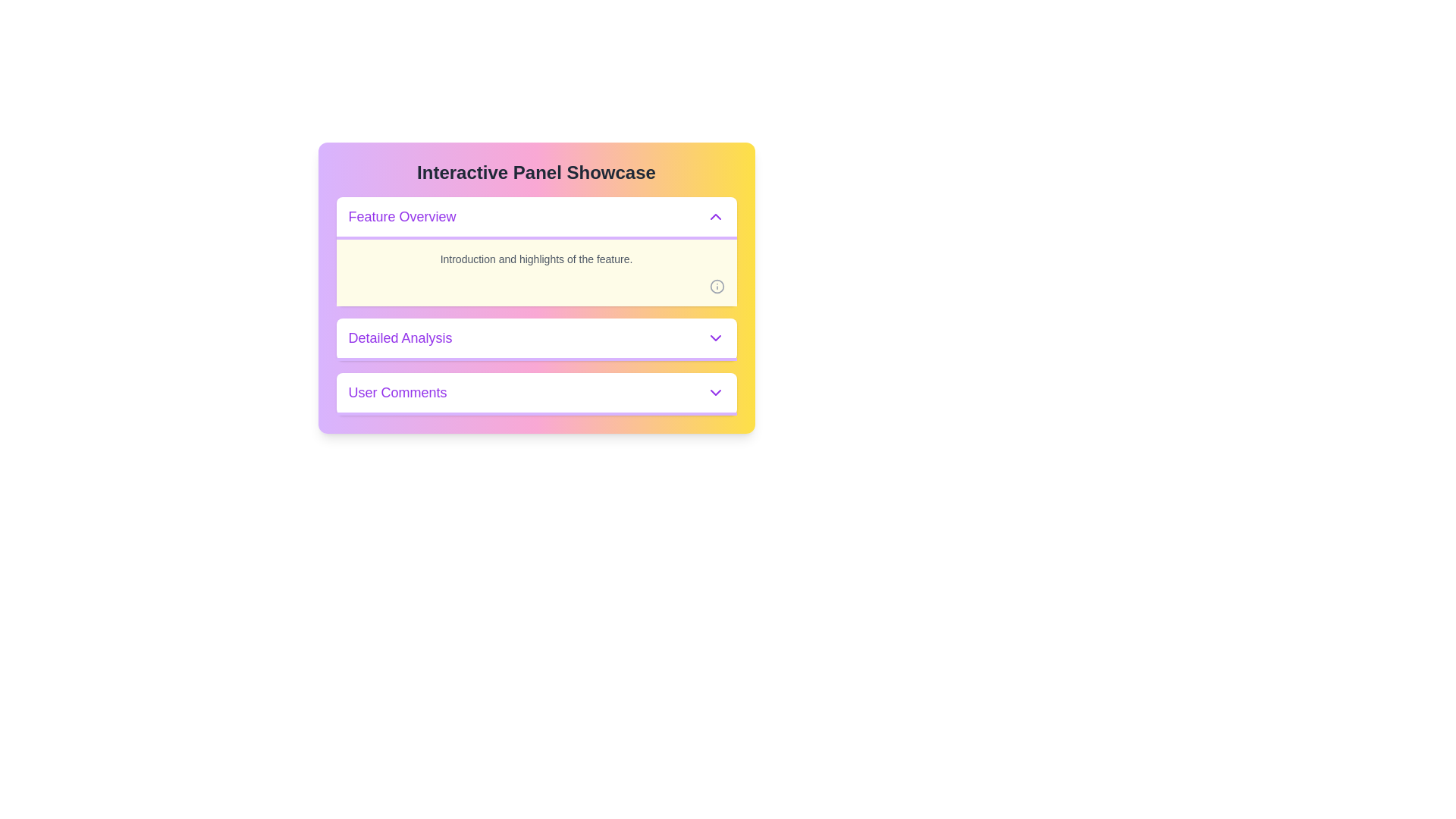  What do you see at coordinates (714, 337) in the screenshot?
I see `the arrow icon located to the right of the 'Detailed Analysis' text` at bounding box center [714, 337].